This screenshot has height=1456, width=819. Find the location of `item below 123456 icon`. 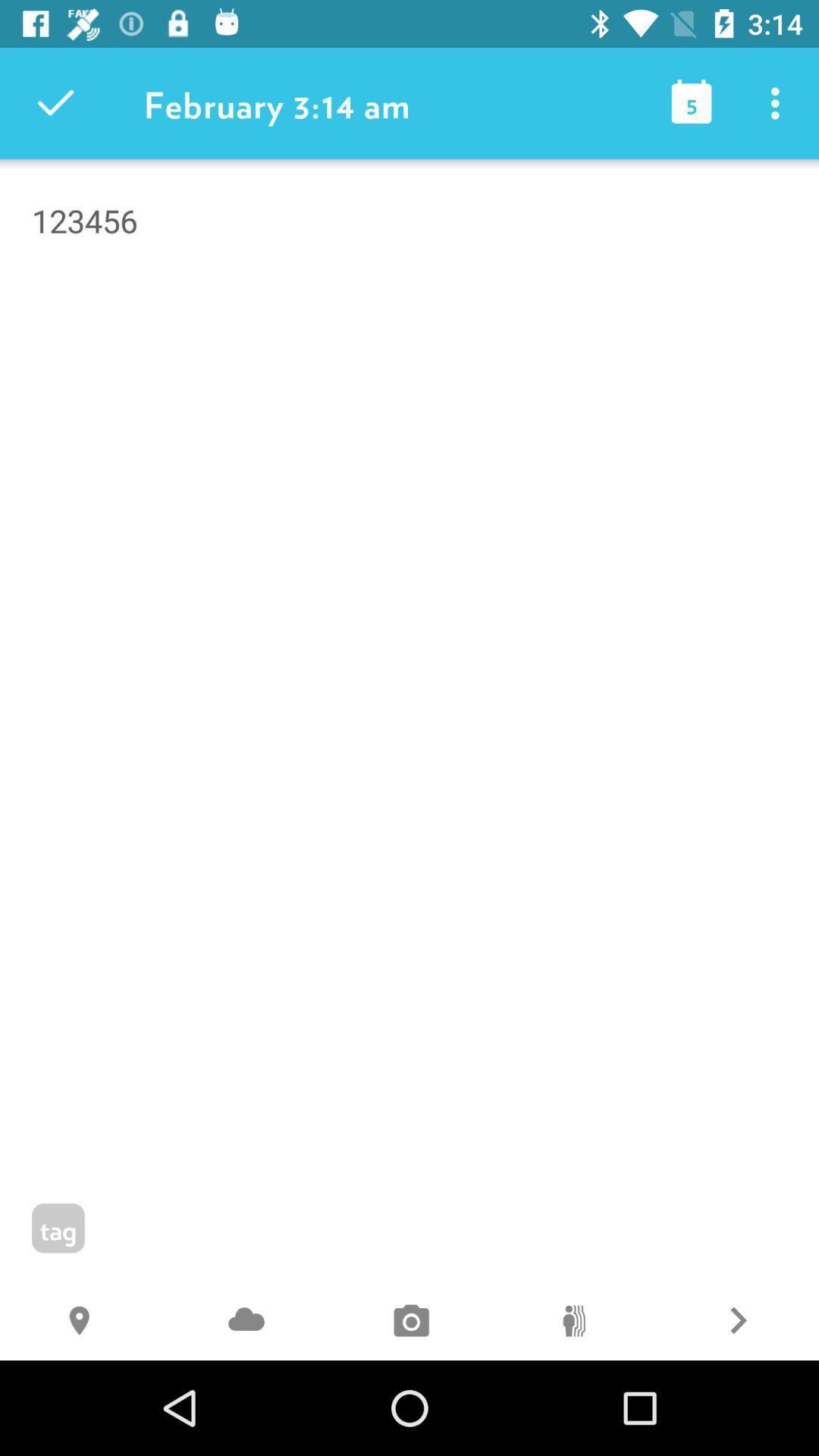

item below 123456 icon is located at coordinates (245, 1322).